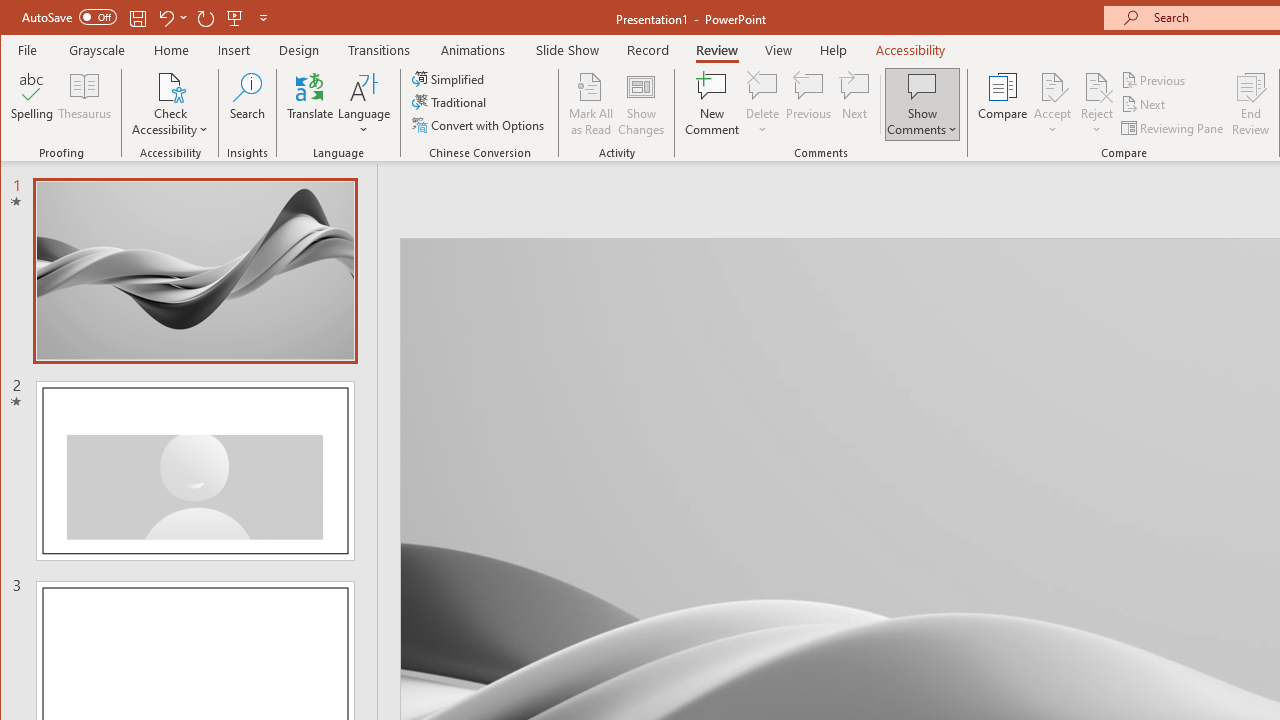 The height and width of the screenshot is (720, 1280). What do you see at coordinates (480, 125) in the screenshot?
I see `'Convert with Options...'` at bounding box center [480, 125].